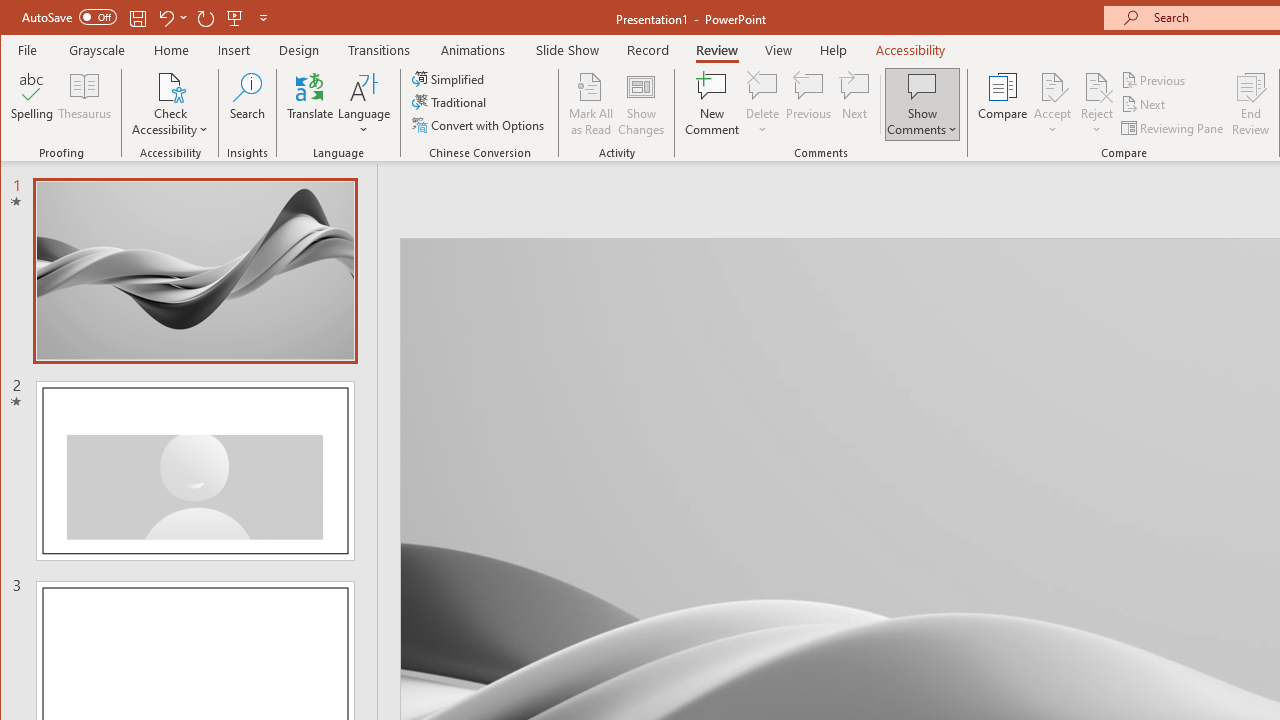 The height and width of the screenshot is (720, 1280). What do you see at coordinates (480, 125) in the screenshot?
I see `'Convert with Options...'` at bounding box center [480, 125].